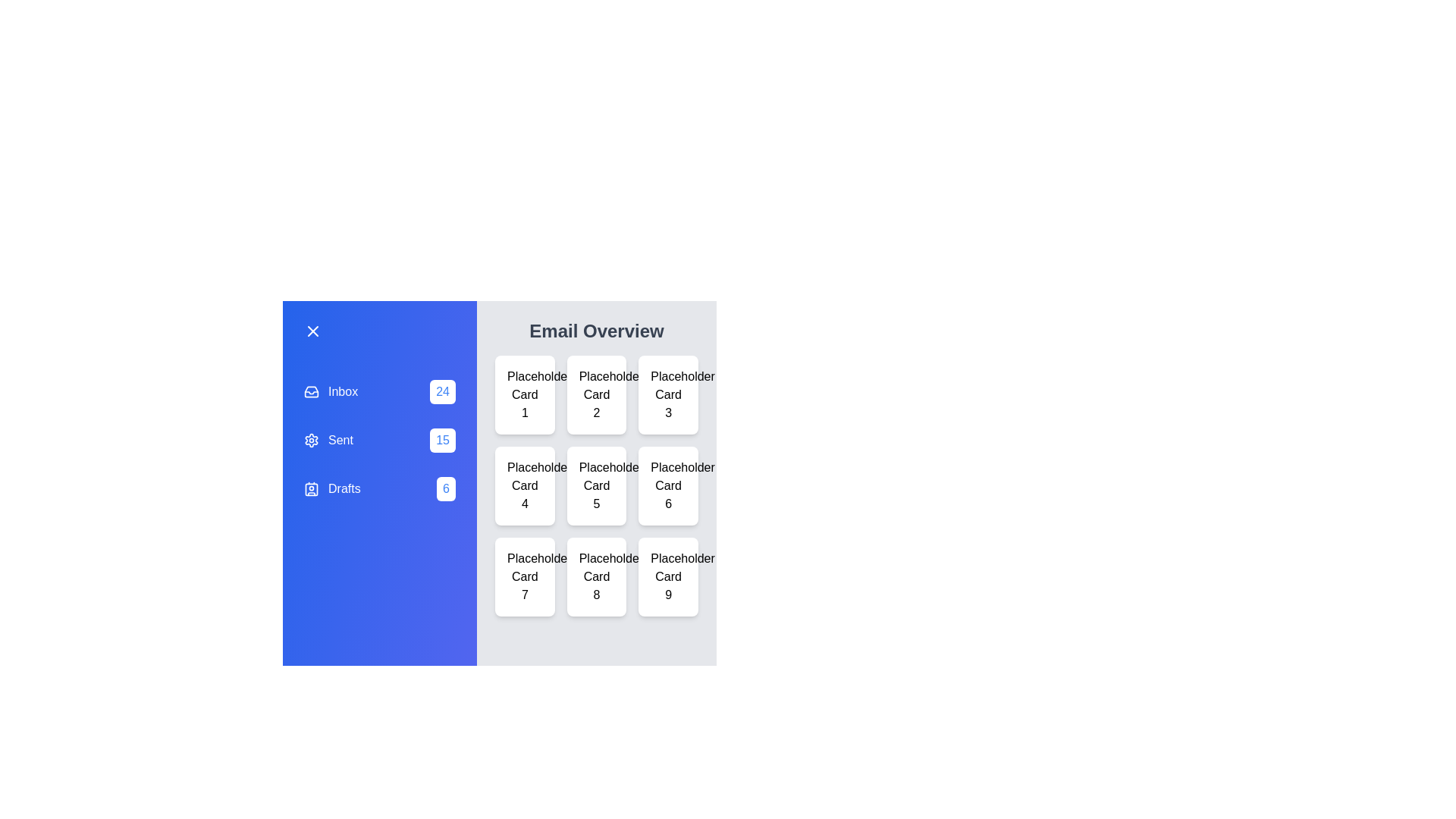 This screenshot has width=1456, height=819. Describe the element at coordinates (379, 330) in the screenshot. I see `toggle button to change the sidebar visibility` at that location.